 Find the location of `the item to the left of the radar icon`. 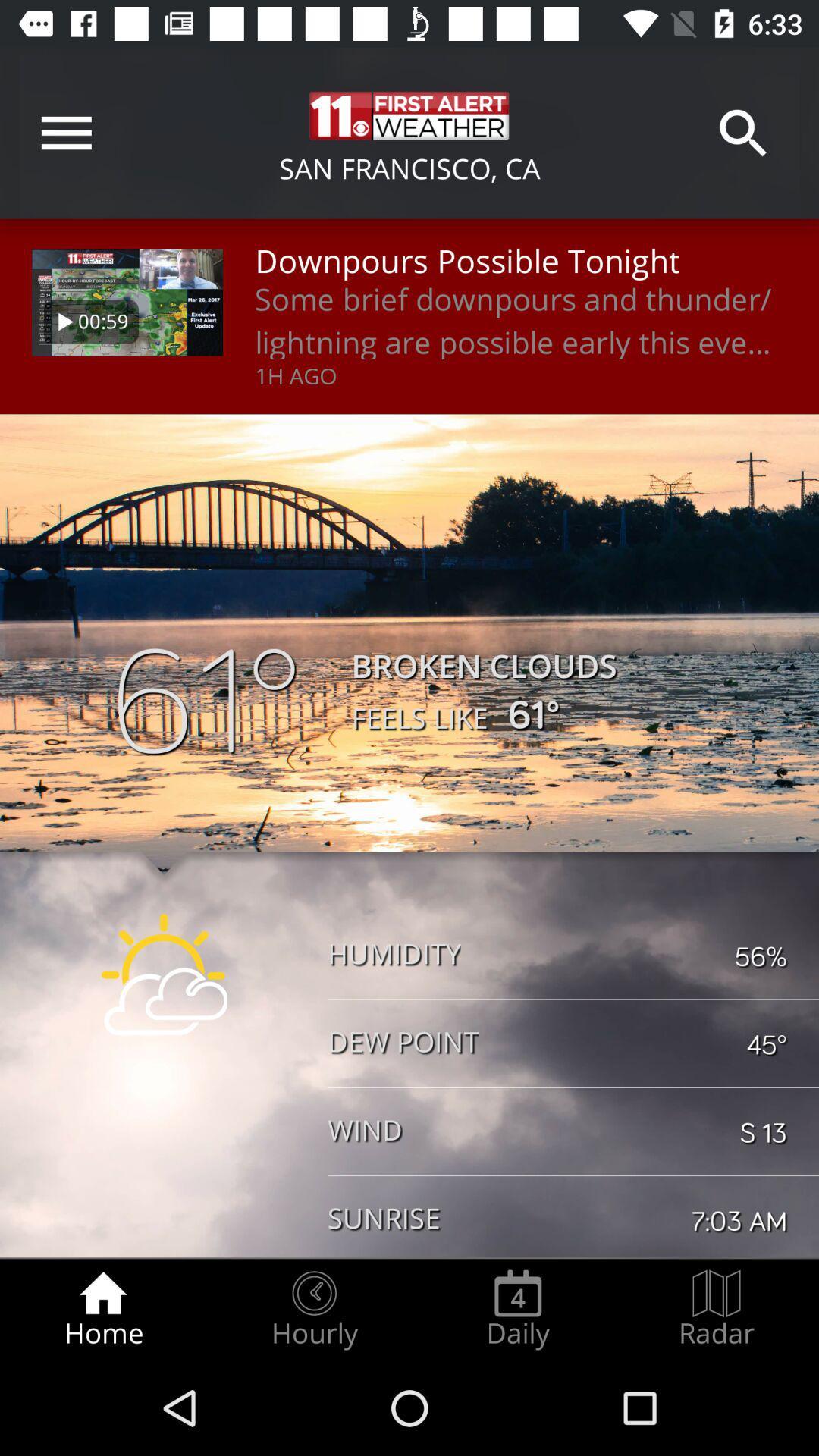

the item to the left of the radar icon is located at coordinates (517, 1309).